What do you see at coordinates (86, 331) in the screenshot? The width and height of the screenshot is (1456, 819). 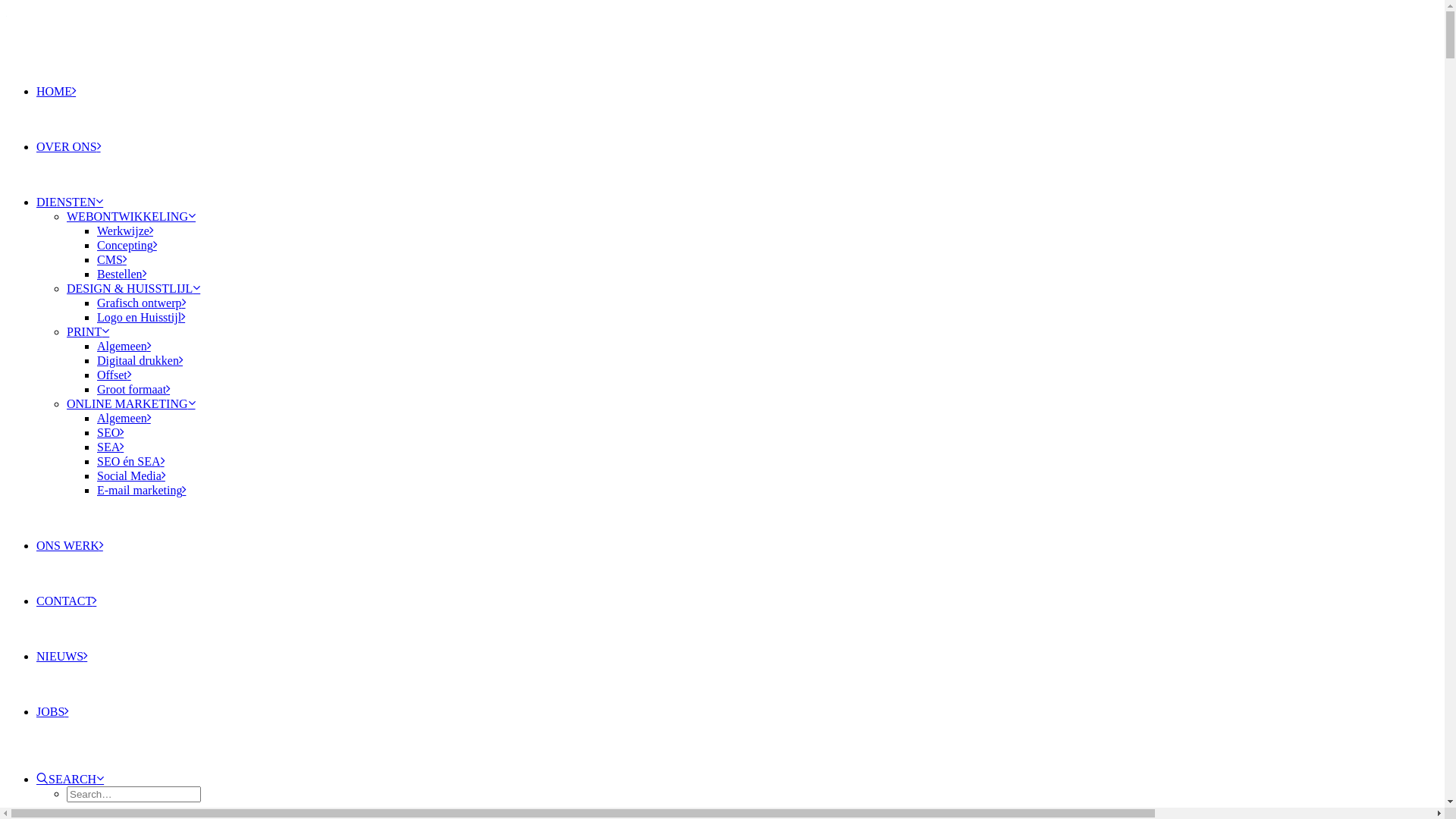 I see `'PRINT'` at bounding box center [86, 331].